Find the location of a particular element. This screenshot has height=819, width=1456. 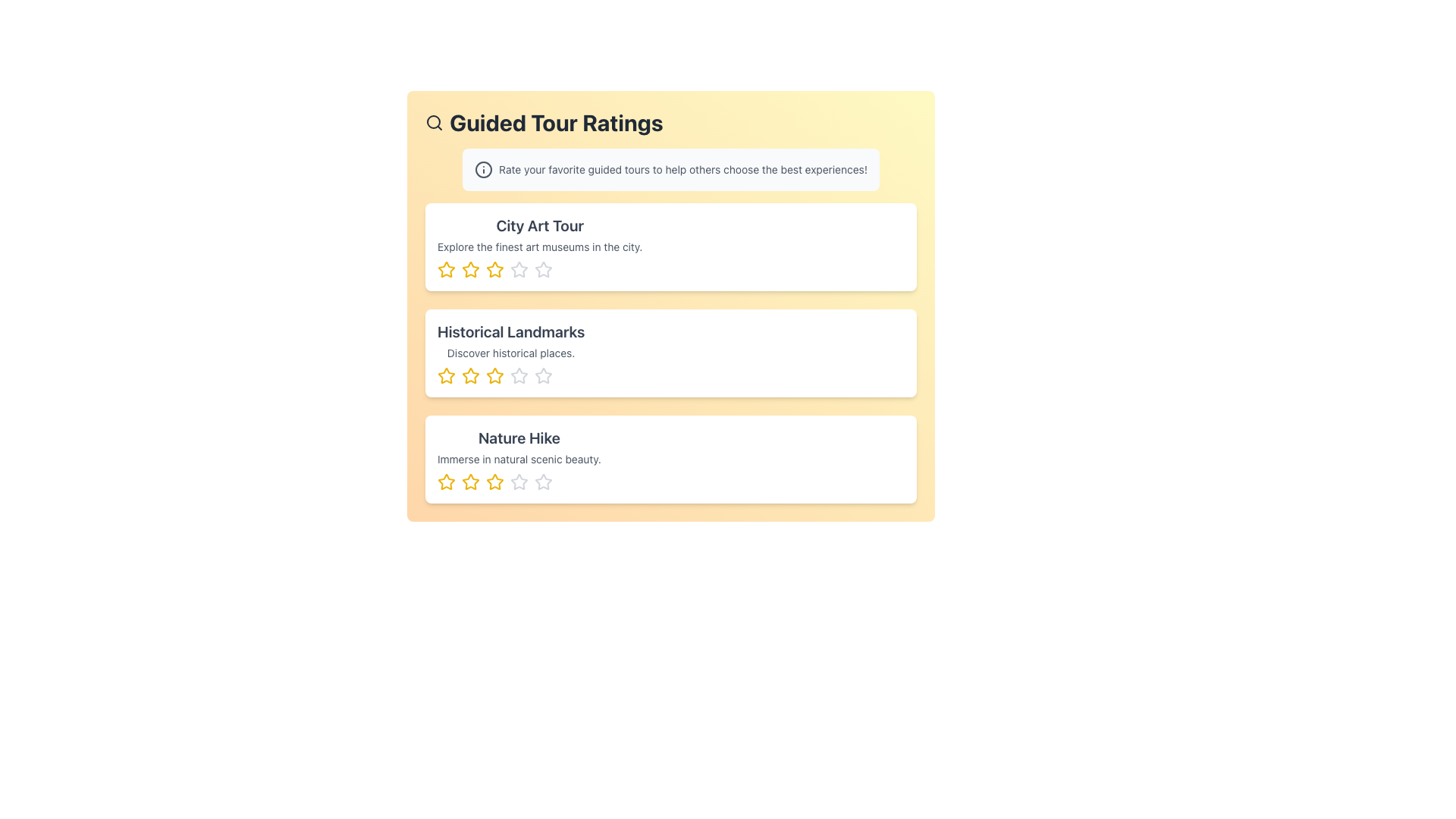

the first star-shaped rating icon in the rating section for 'Nature Hike' is located at coordinates (469, 482).